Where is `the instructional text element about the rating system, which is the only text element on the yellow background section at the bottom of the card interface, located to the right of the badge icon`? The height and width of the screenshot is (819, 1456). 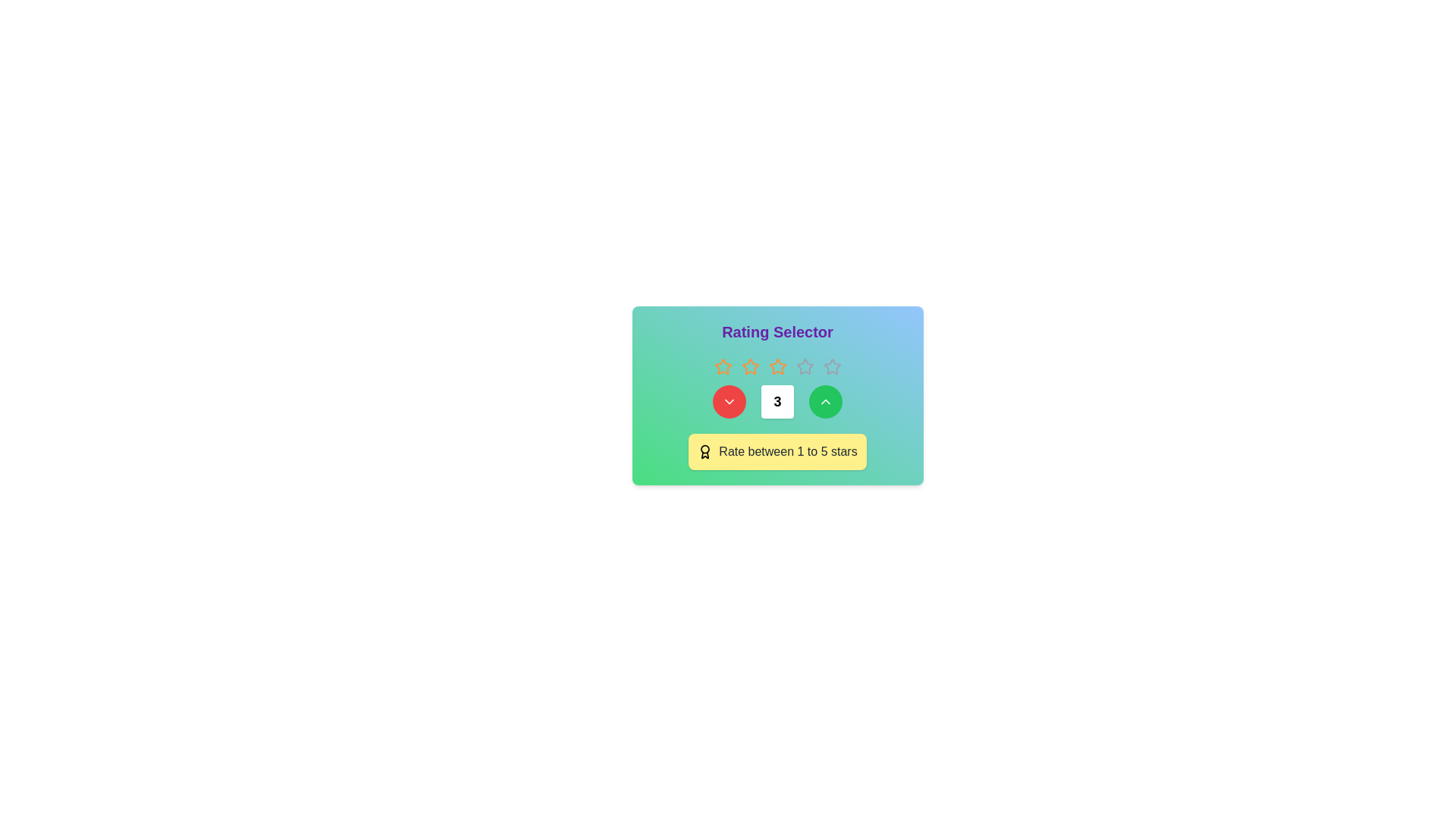
the instructional text element about the rating system, which is the only text element on the yellow background section at the bottom of the card interface, located to the right of the badge icon is located at coordinates (788, 451).